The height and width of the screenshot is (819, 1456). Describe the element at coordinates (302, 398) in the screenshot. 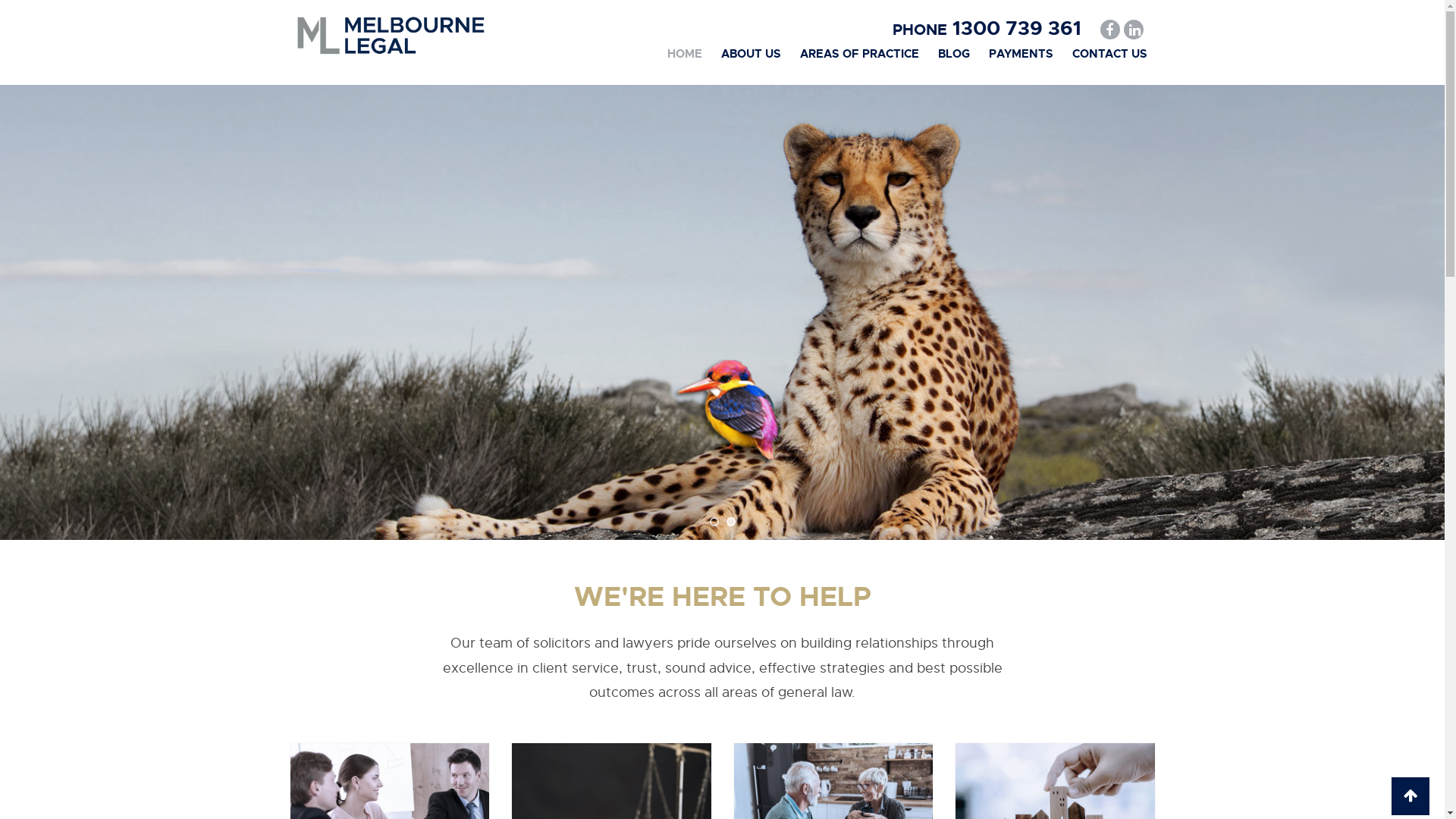

I see `'DOWNLOAD NOW'` at that location.